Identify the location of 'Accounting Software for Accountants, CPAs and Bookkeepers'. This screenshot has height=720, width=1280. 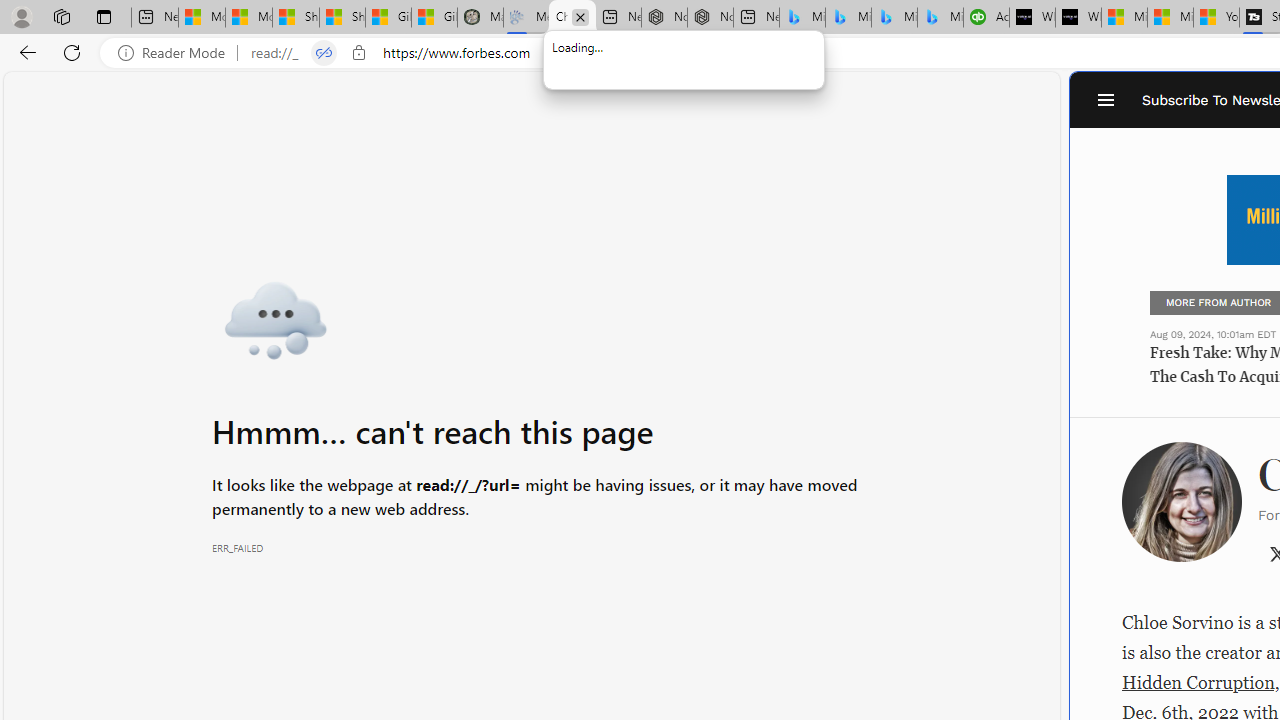
(986, 17).